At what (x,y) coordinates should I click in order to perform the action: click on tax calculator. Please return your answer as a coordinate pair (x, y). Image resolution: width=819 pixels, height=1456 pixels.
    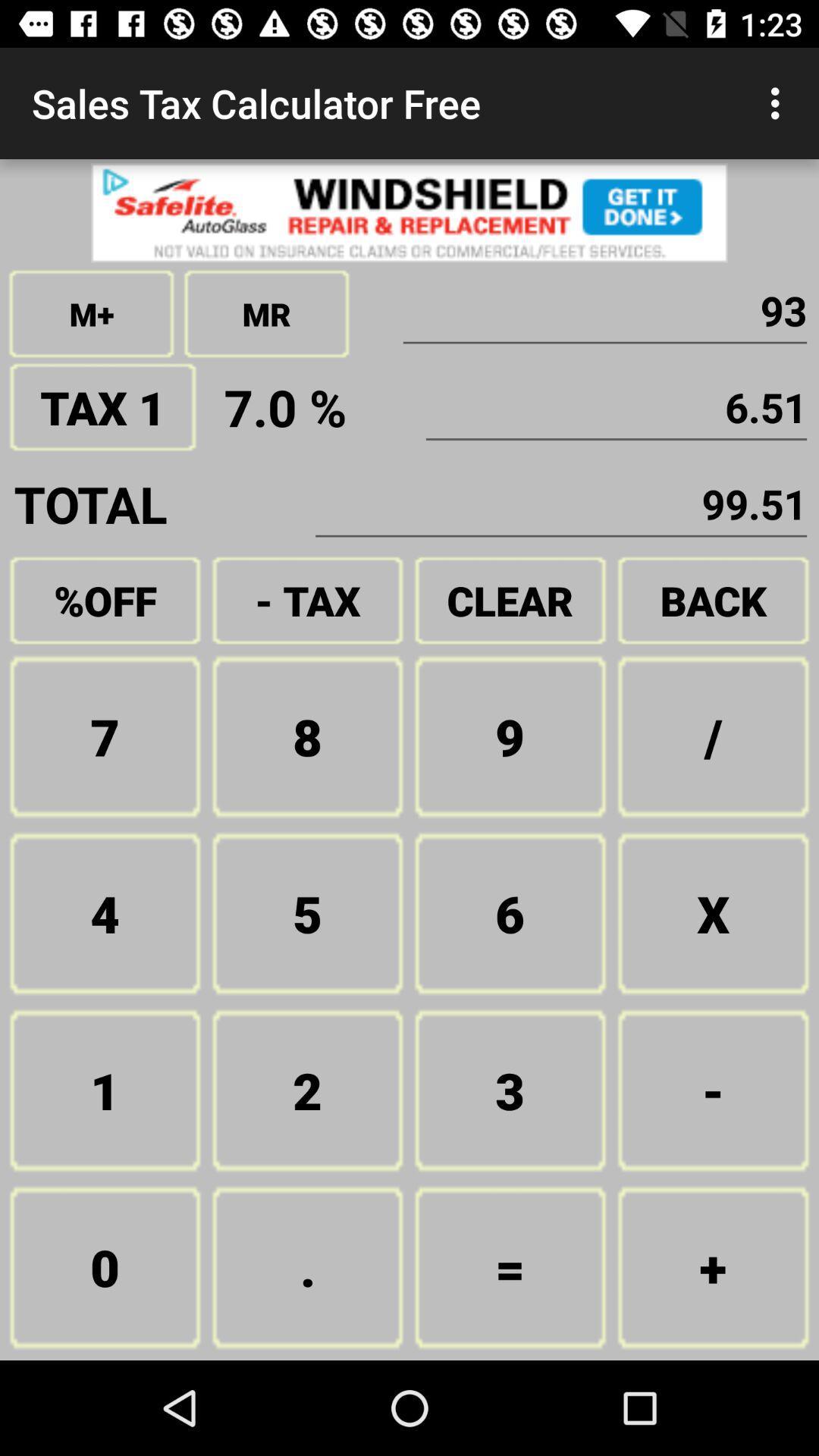
    Looking at the image, I should click on (409, 212).